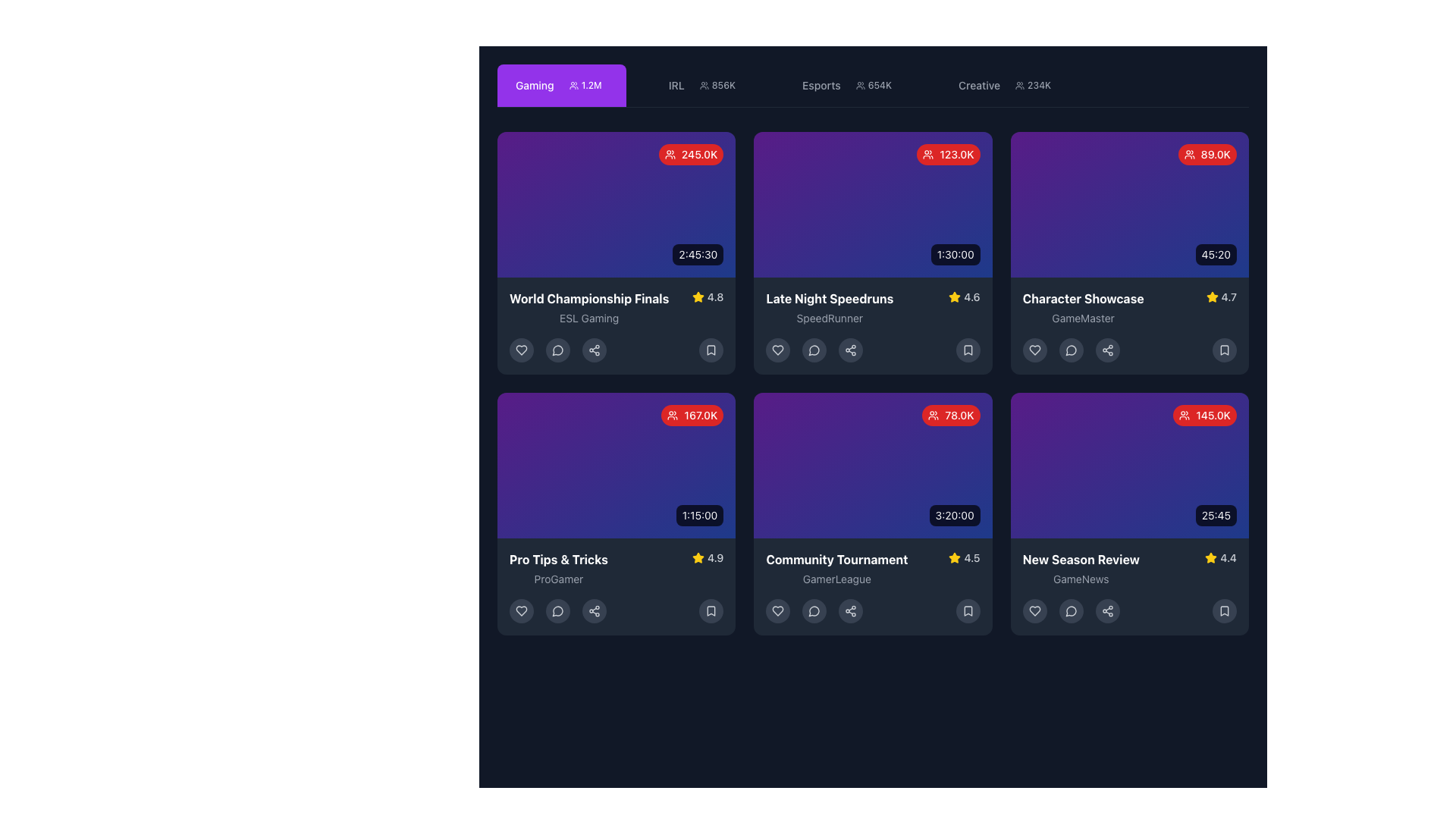 This screenshot has height=819, width=1456. What do you see at coordinates (836, 559) in the screenshot?
I see `the text label that serves as the title of the second card from the left in the bottom row of a grid layout, positioned above the subheading 'GamerLeague'` at bounding box center [836, 559].